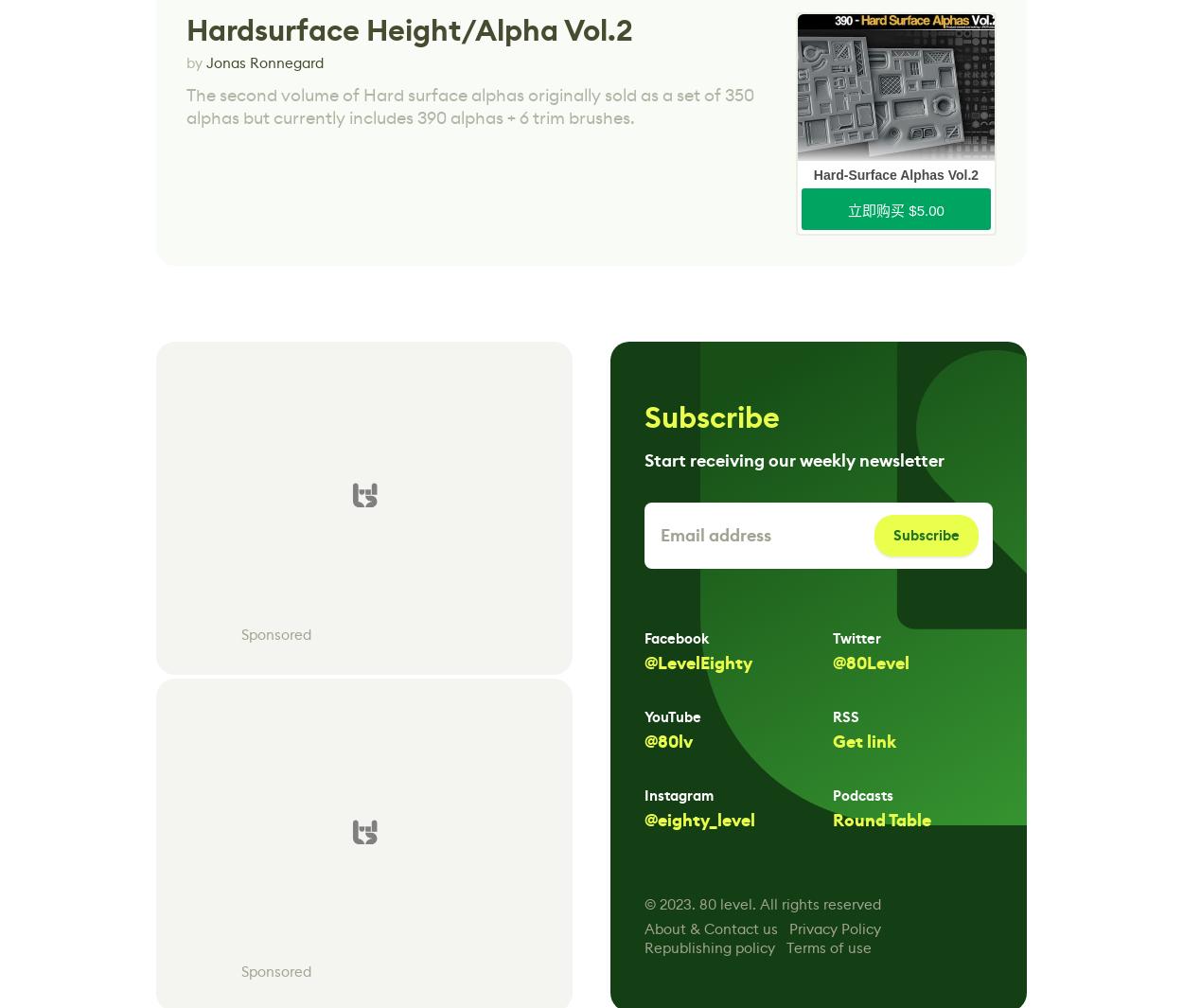 Image resolution: width=1183 pixels, height=1008 pixels. Describe the element at coordinates (644, 796) in the screenshot. I see `'Instagram'` at that location.